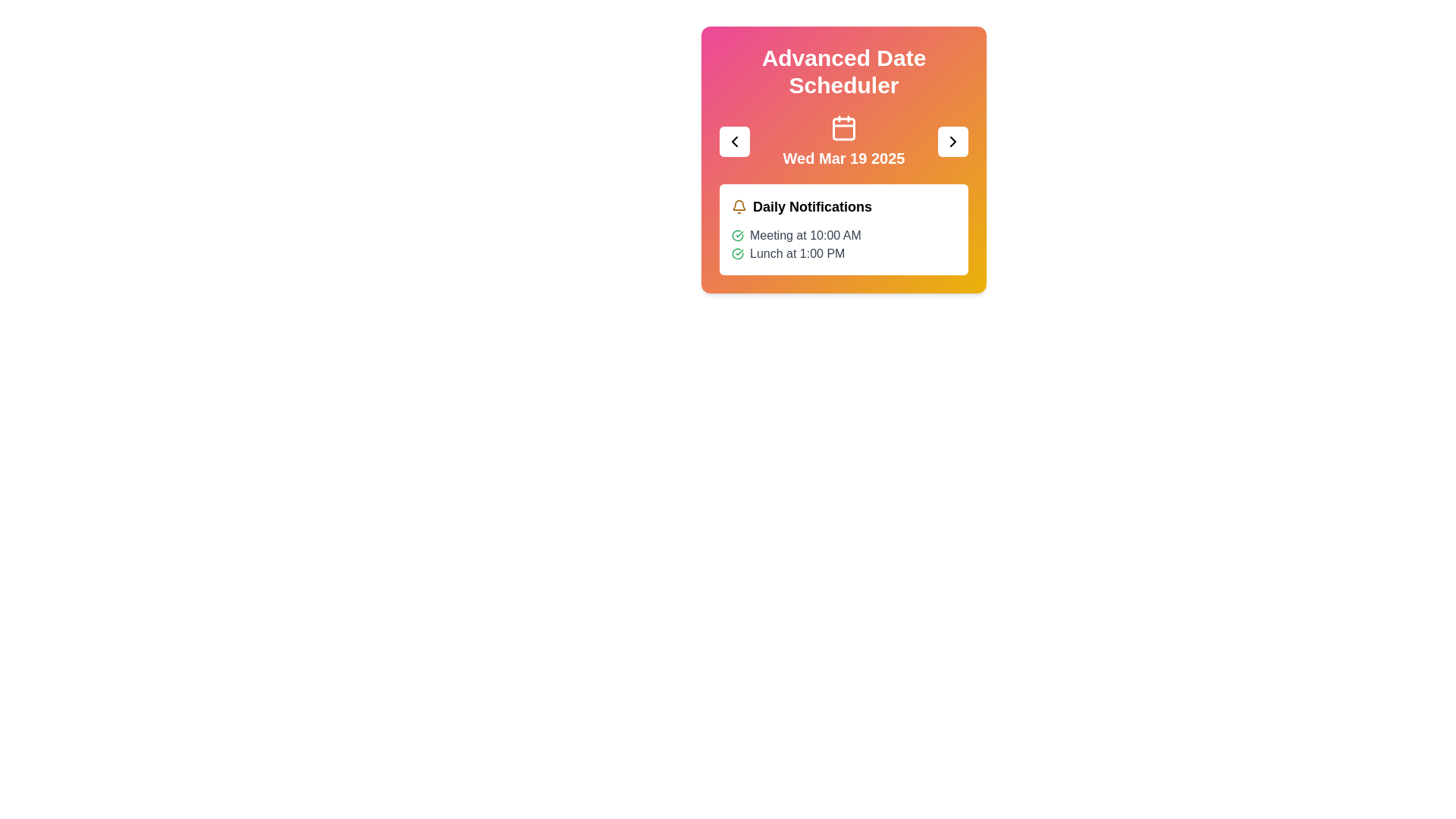 The height and width of the screenshot is (819, 1456). I want to click on the left-pointing navigational chevron icon in the card header to move to the previous section, so click(735, 141).